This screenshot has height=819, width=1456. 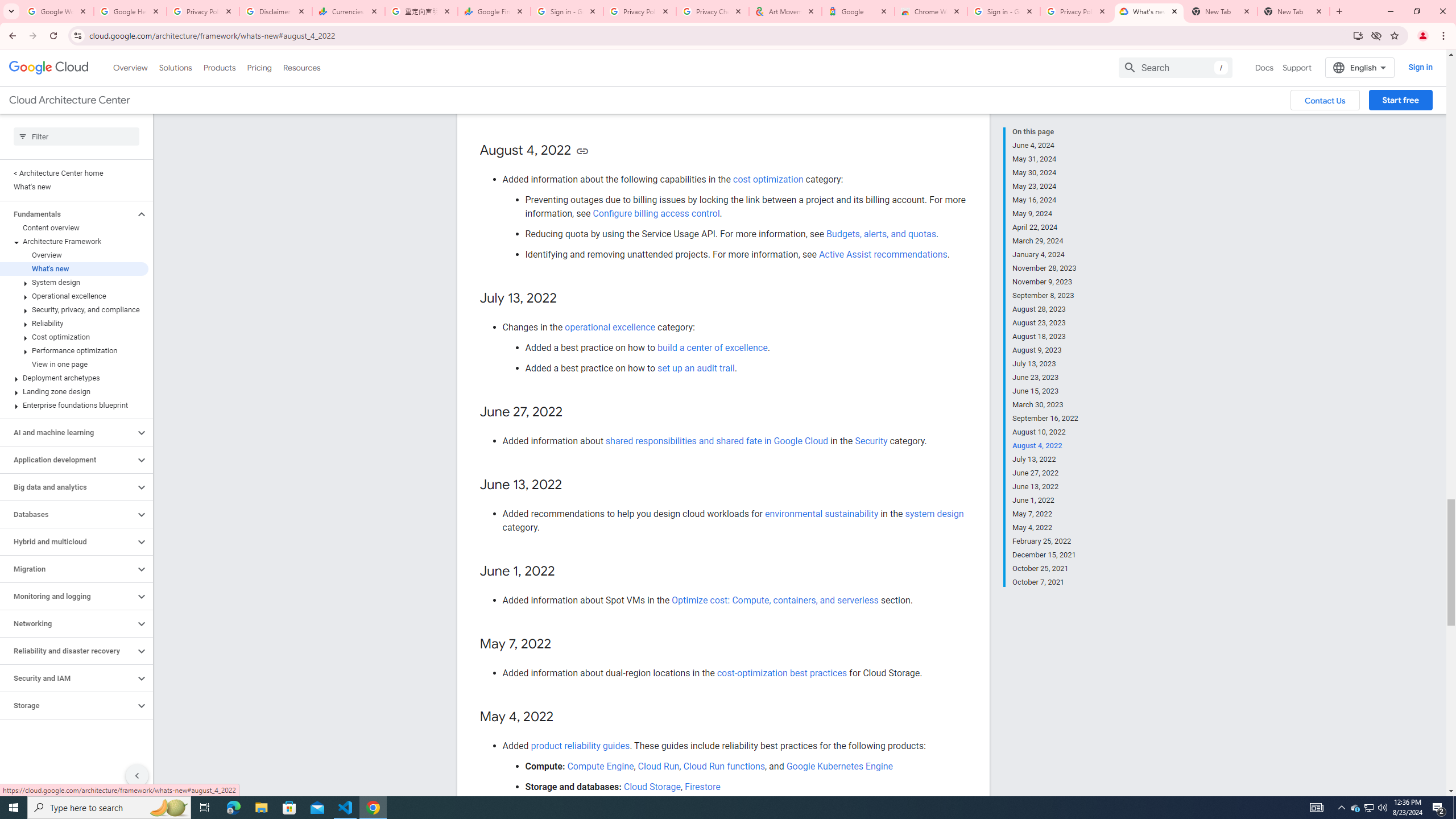 What do you see at coordinates (582, 150) in the screenshot?
I see `'Copy link to this section: August 4, 2022'` at bounding box center [582, 150].